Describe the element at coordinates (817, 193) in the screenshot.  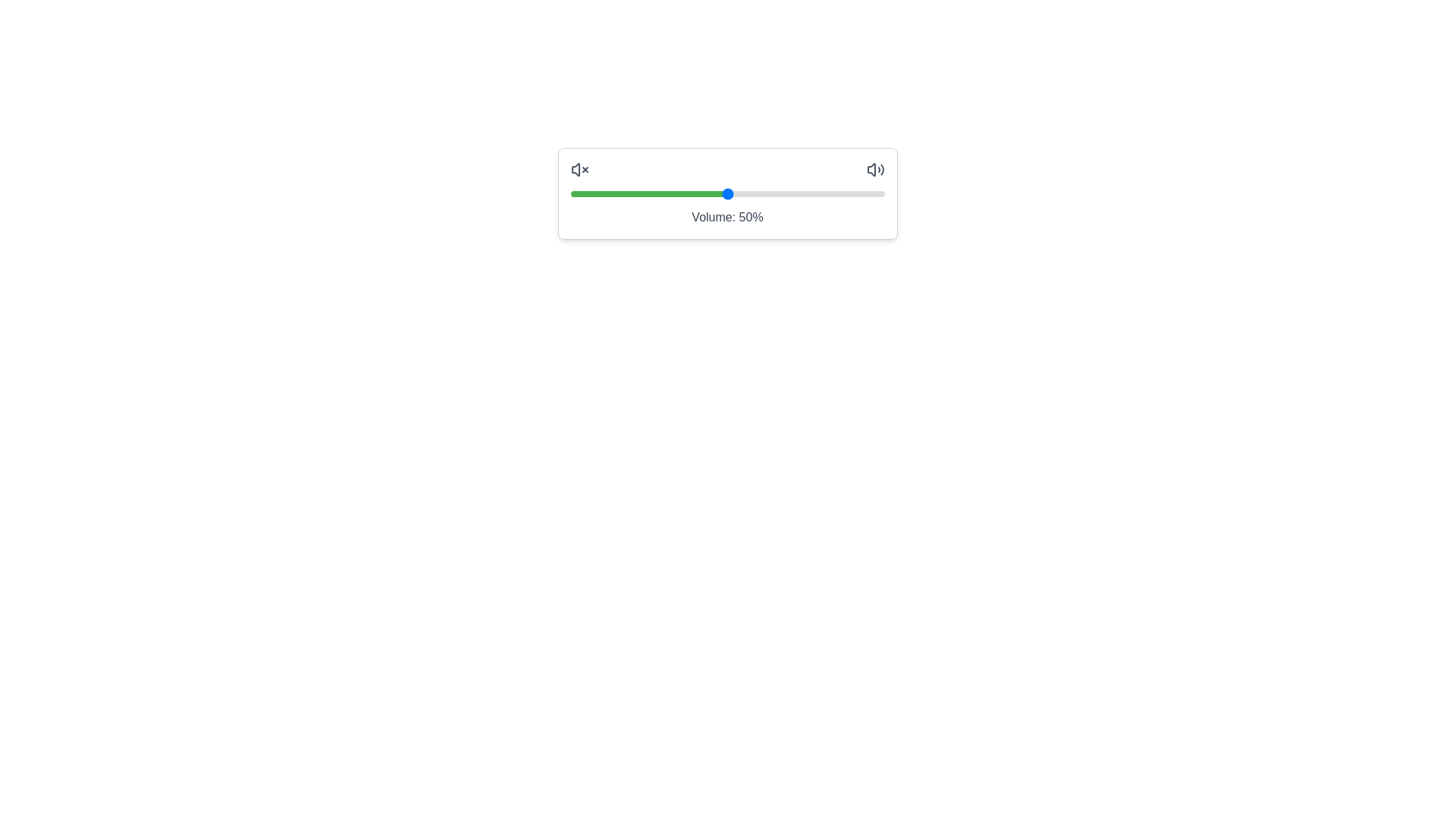
I see `the volume level` at that location.